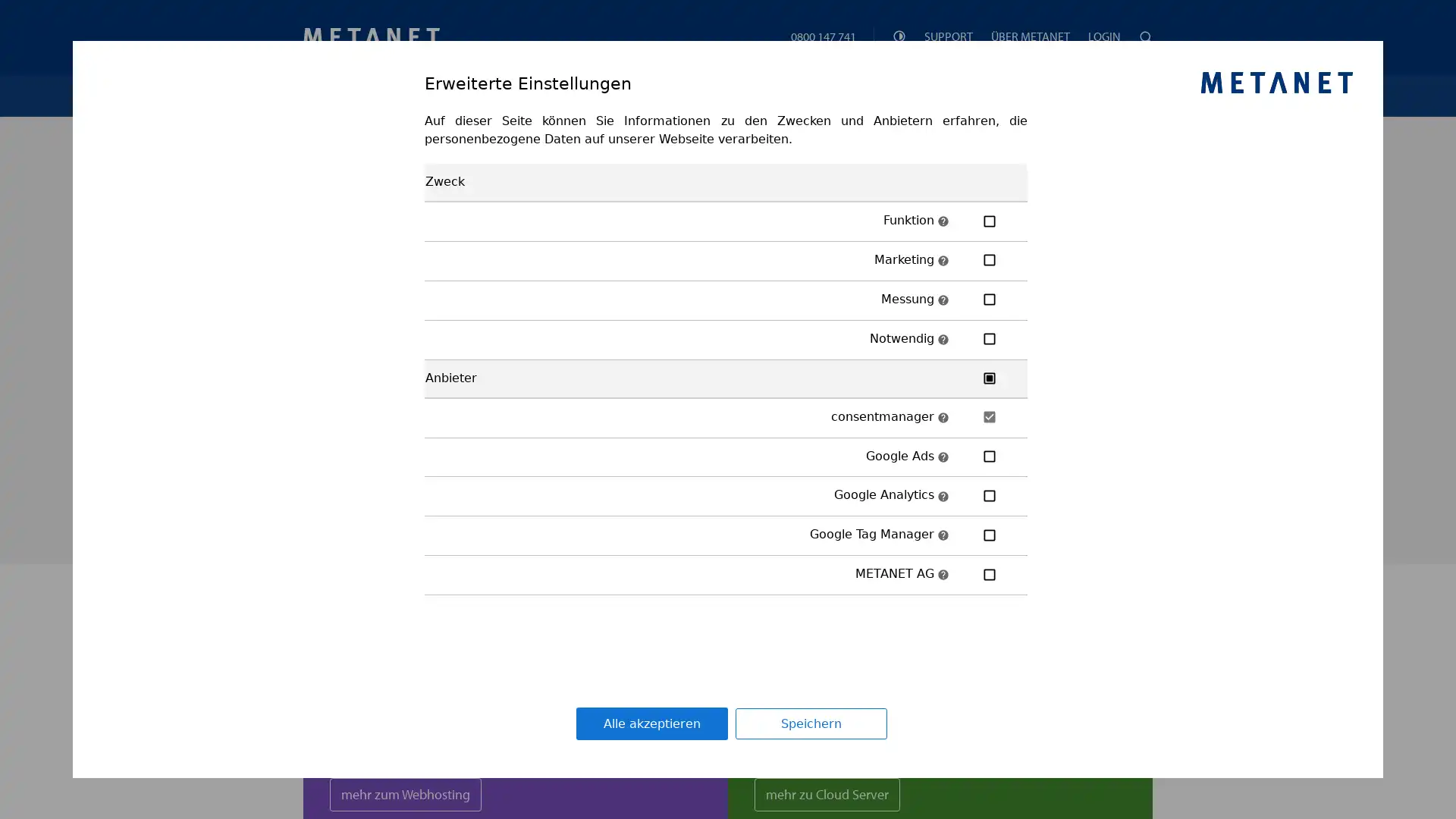 This screenshot has width=1456, height=819. I want to click on Prufen, so click(1096, 485).